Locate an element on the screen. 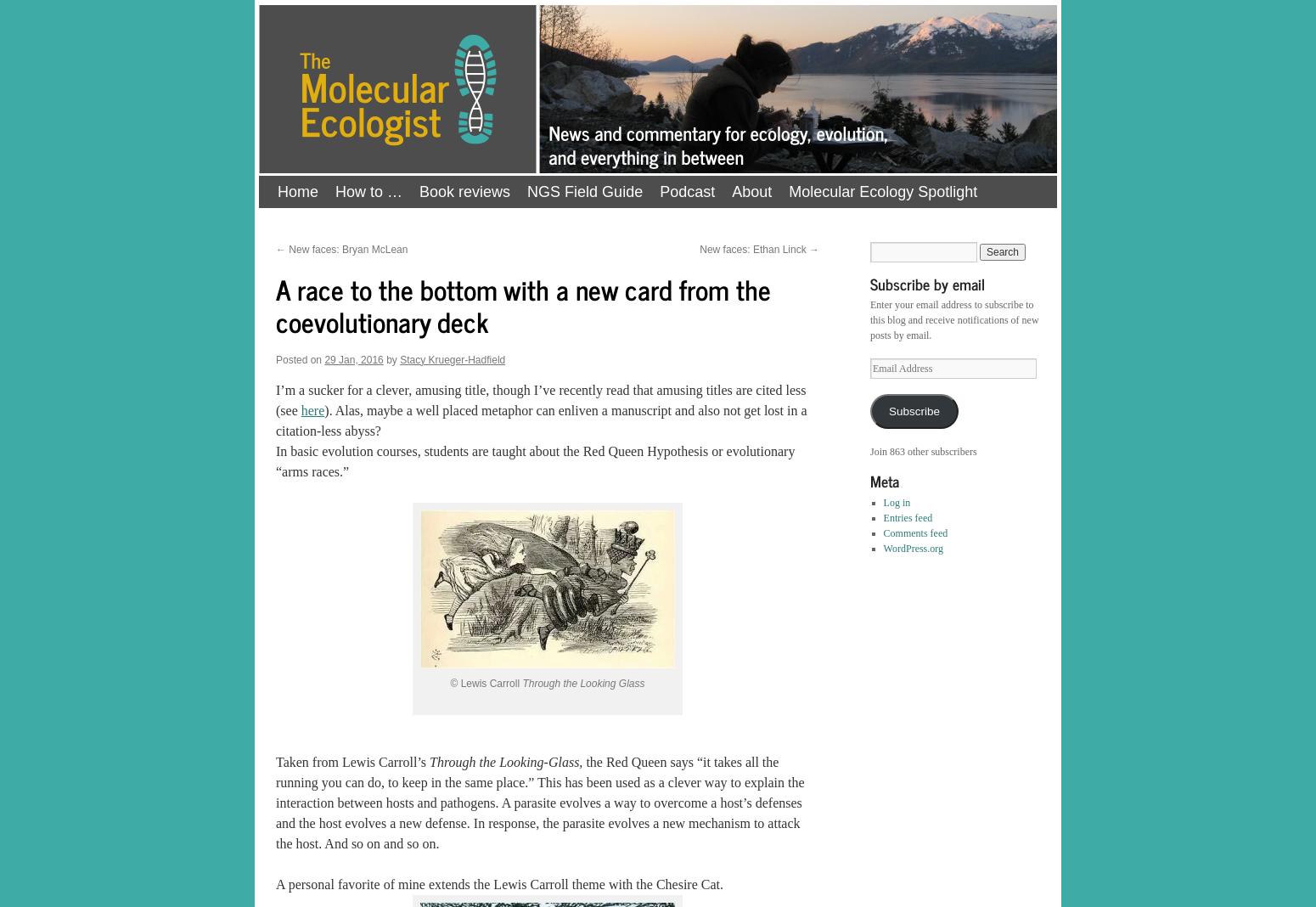  'Subscribe' is located at coordinates (914, 411).